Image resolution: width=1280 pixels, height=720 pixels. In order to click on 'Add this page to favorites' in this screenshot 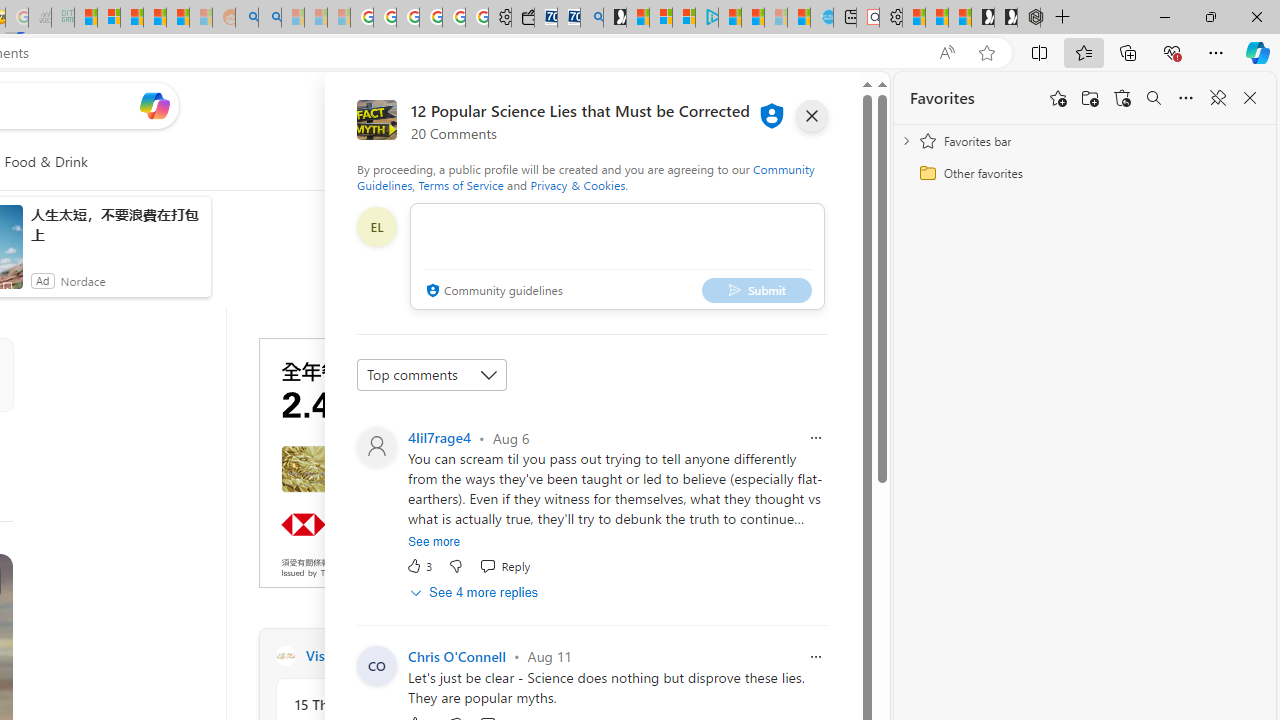, I will do `click(1057, 98)`.